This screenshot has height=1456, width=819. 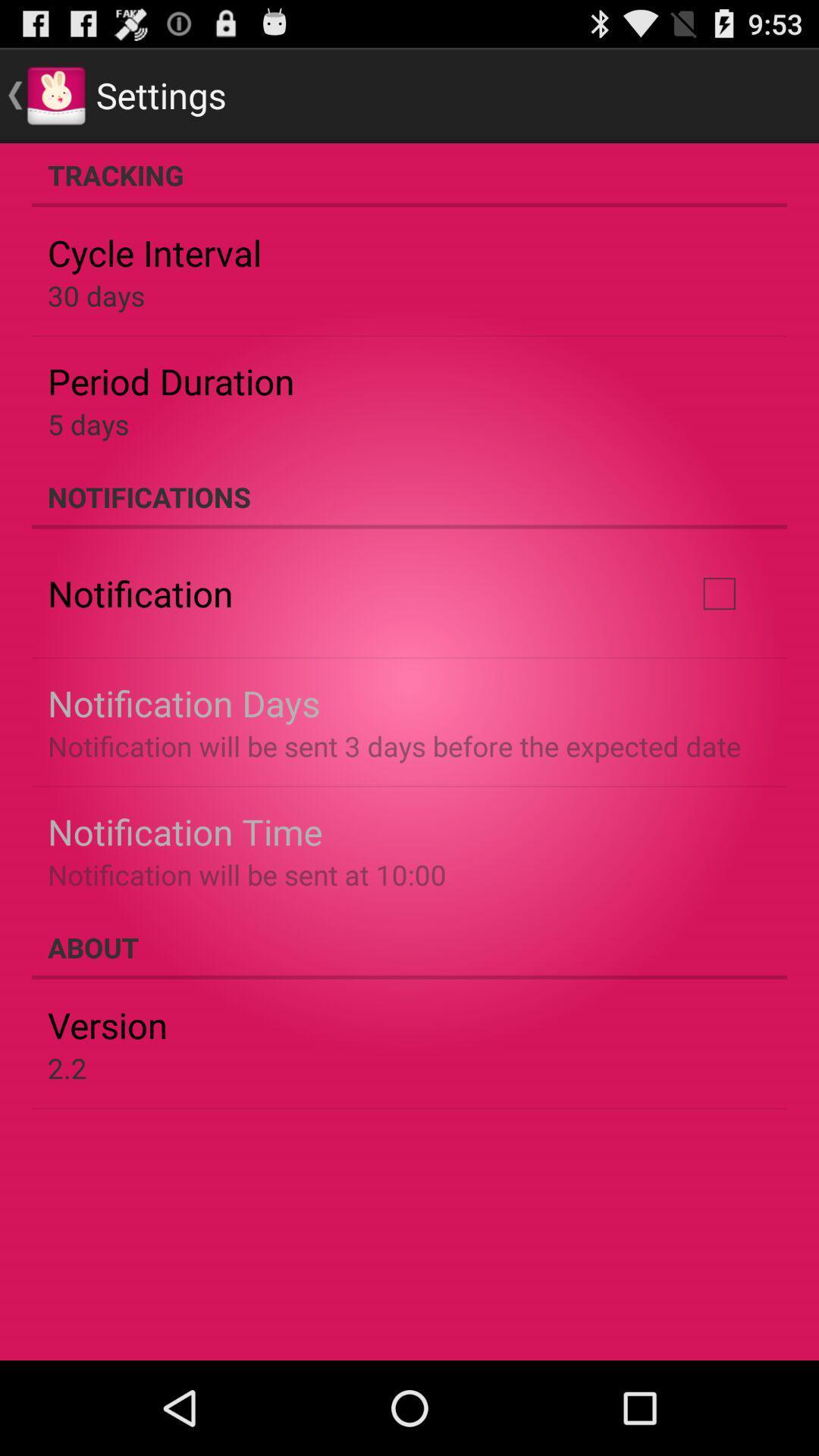 I want to click on tracking app, so click(x=409, y=174).